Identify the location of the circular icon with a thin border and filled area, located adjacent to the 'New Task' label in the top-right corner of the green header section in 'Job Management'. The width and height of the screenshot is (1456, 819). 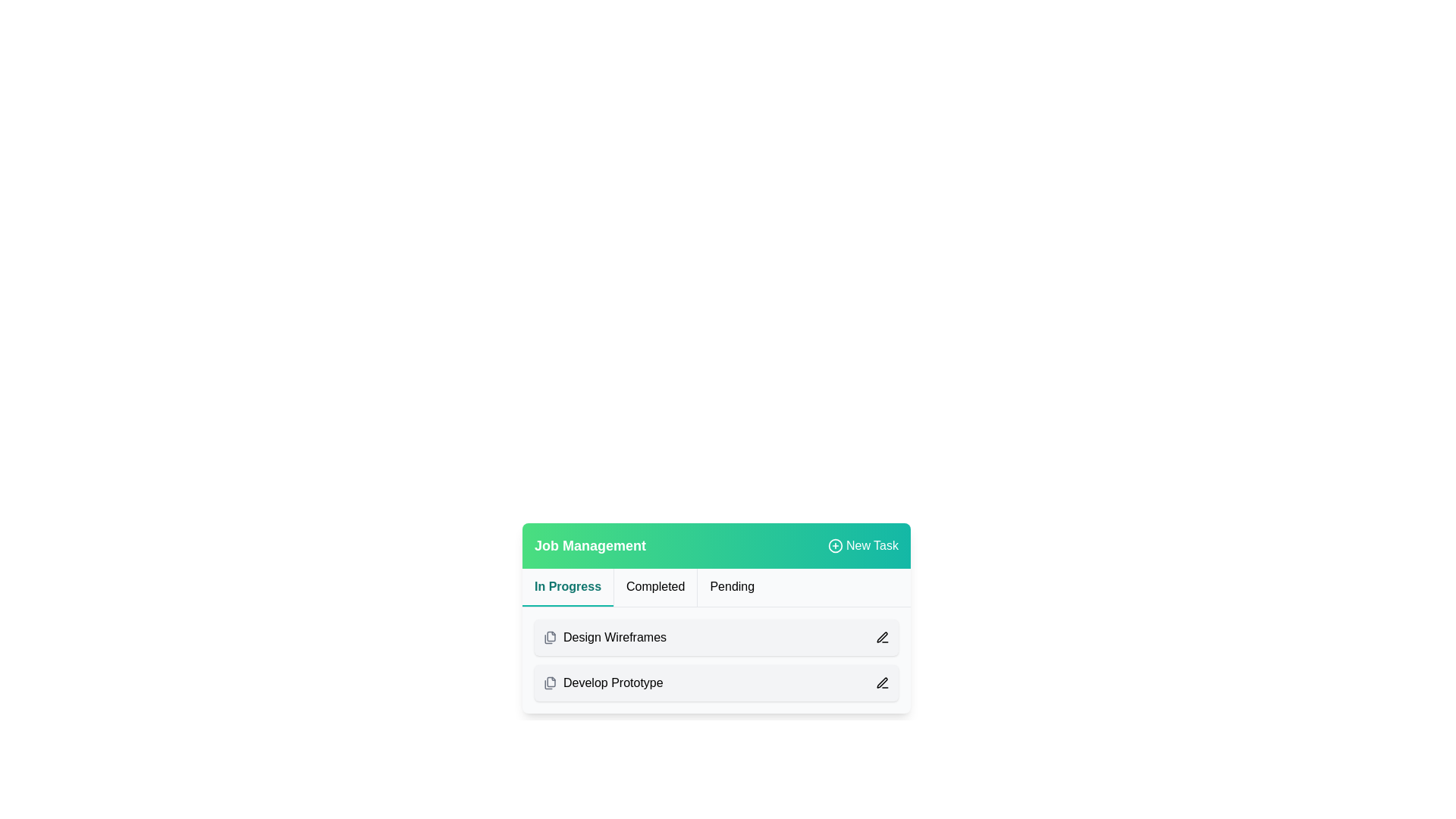
(834, 546).